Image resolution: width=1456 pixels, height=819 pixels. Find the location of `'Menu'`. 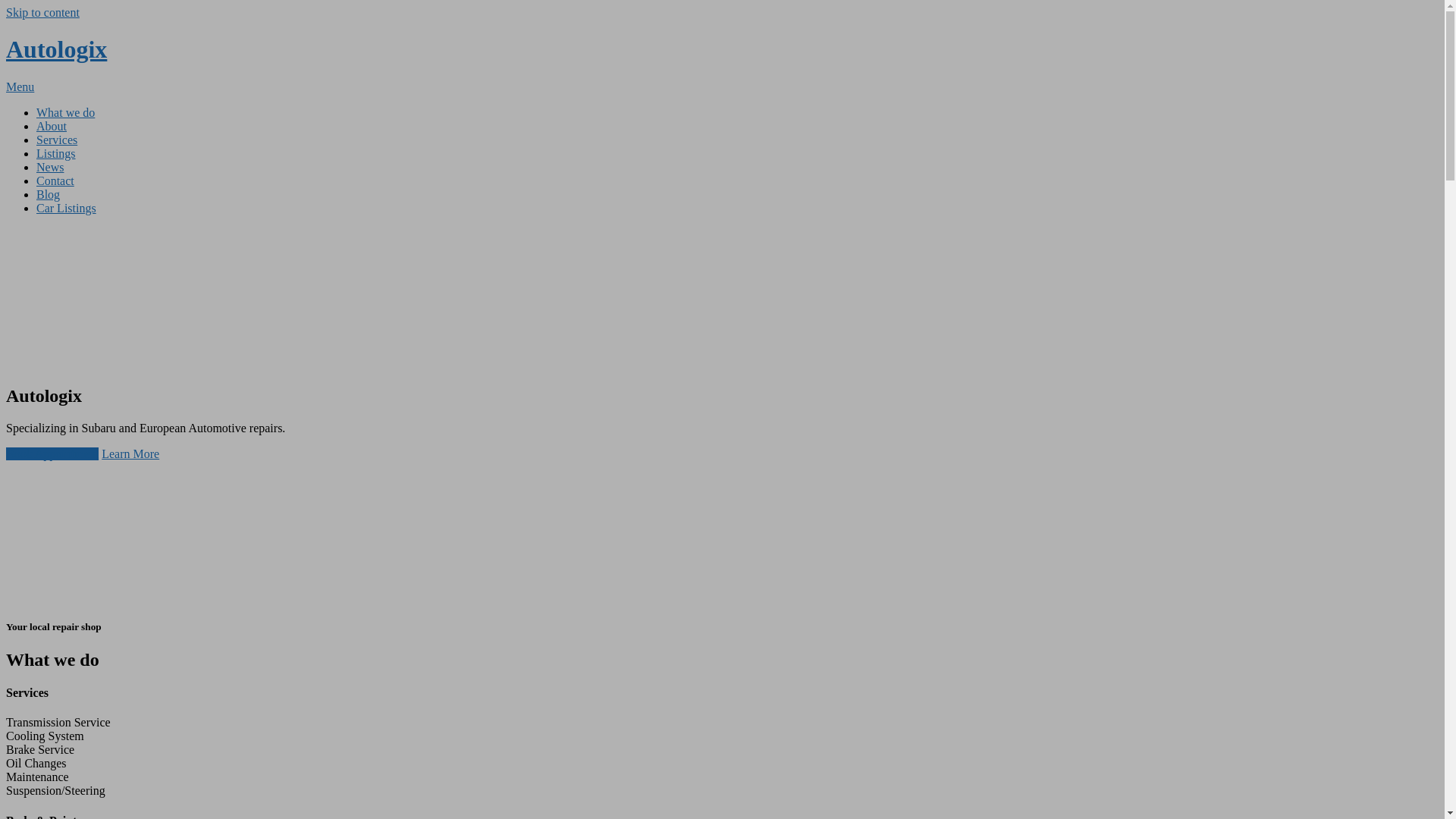

'Menu' is located at coordinates (20, 86).